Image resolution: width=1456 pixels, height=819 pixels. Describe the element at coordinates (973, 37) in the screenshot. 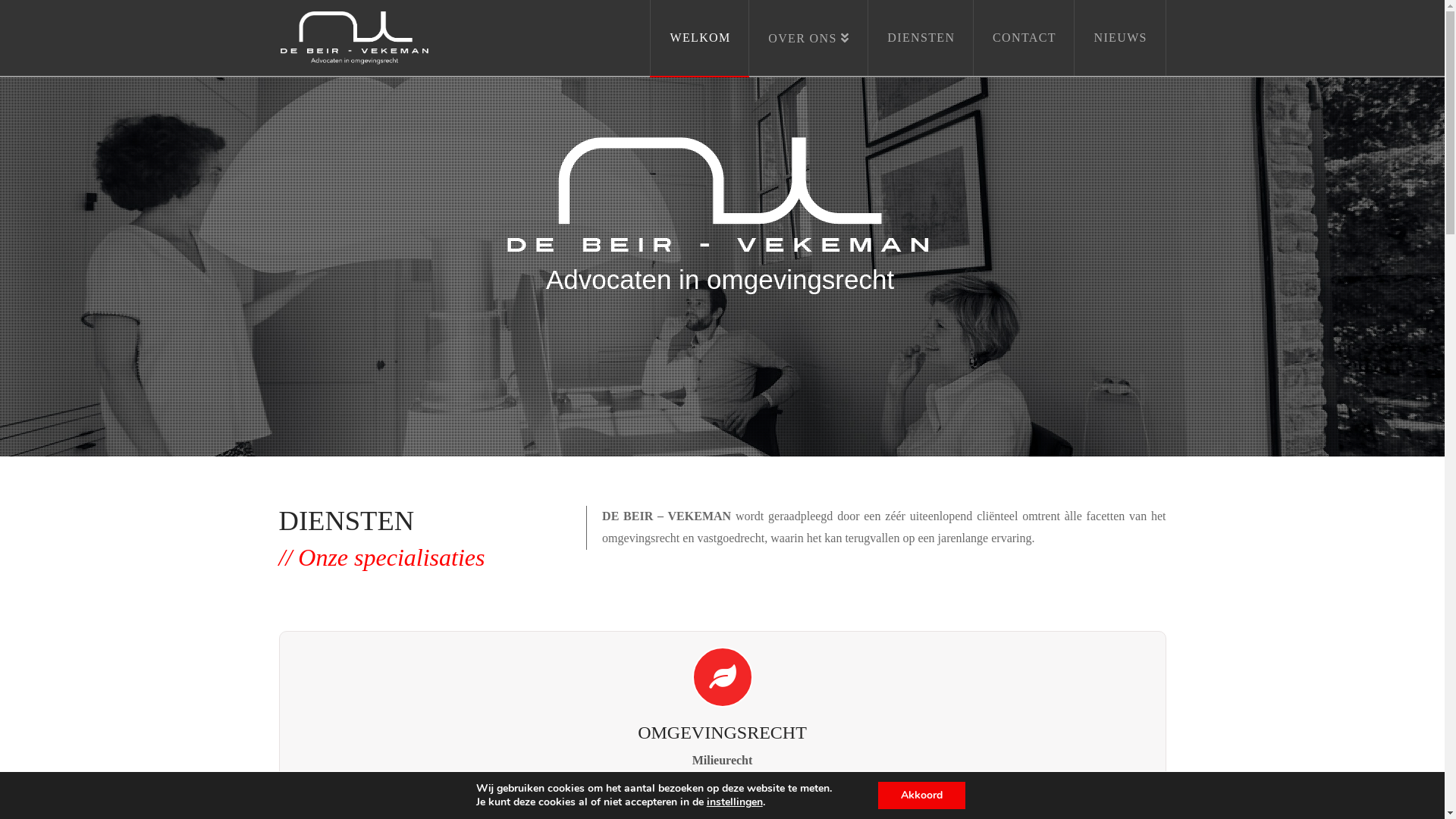

I see `'CONTACT'` at that location.